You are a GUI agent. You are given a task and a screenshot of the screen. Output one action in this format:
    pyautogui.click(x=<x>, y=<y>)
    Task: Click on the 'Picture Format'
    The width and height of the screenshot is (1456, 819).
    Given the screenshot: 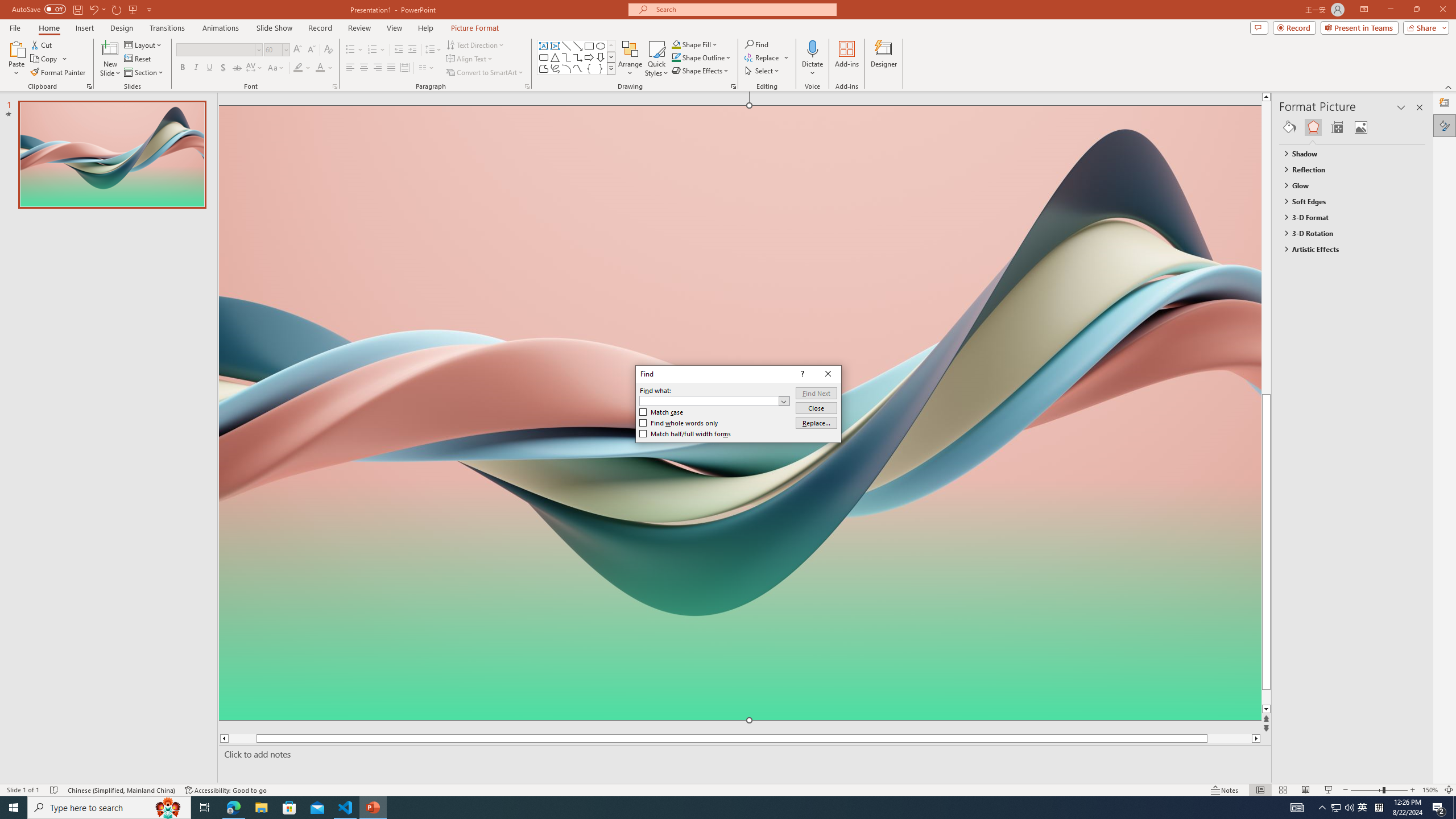 What is the action you would take?
    pyautogui.click(x=475, y=28)
    